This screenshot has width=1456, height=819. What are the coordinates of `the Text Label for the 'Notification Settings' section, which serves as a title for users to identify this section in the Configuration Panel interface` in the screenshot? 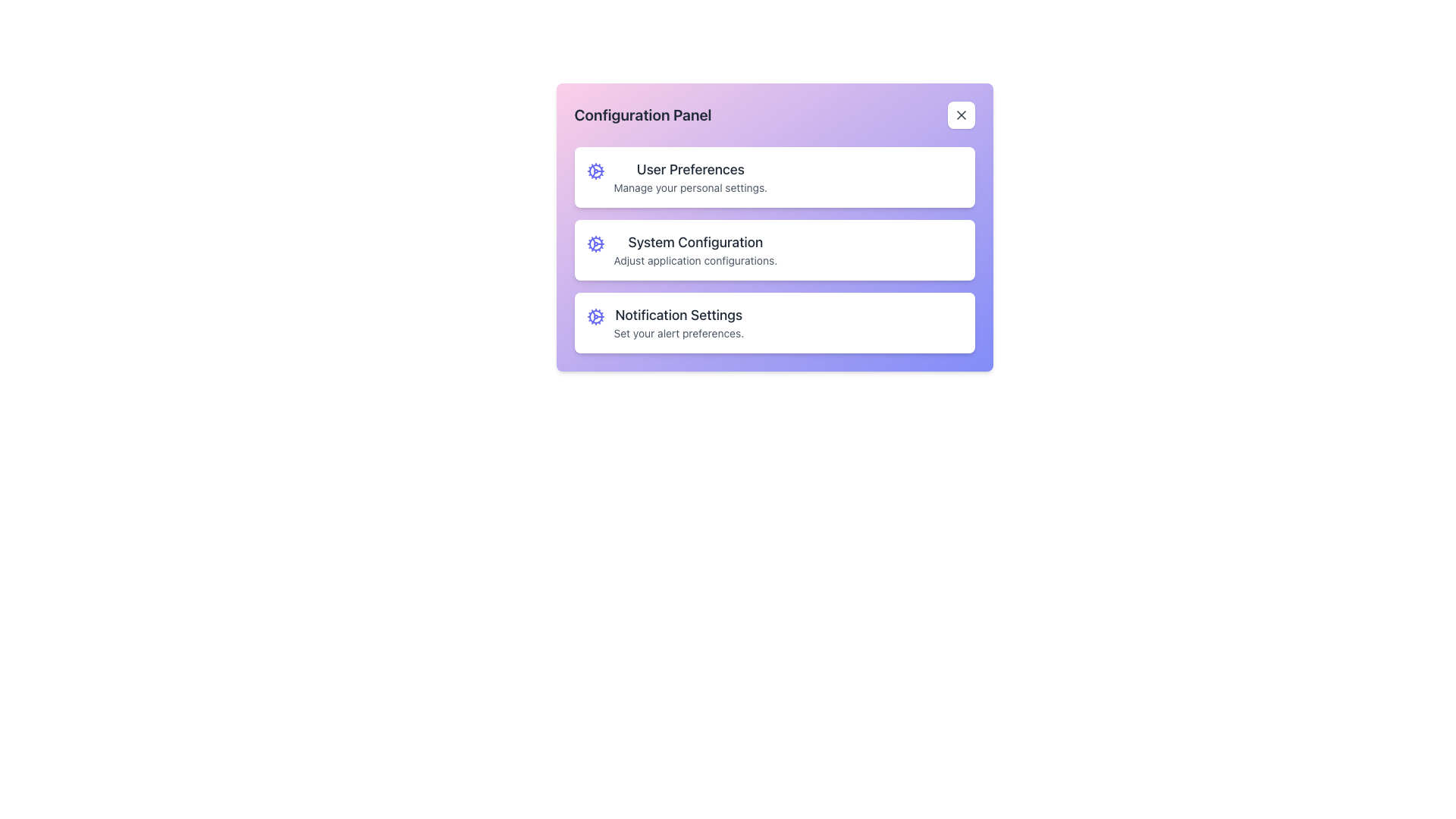 It's located at (678, 315).